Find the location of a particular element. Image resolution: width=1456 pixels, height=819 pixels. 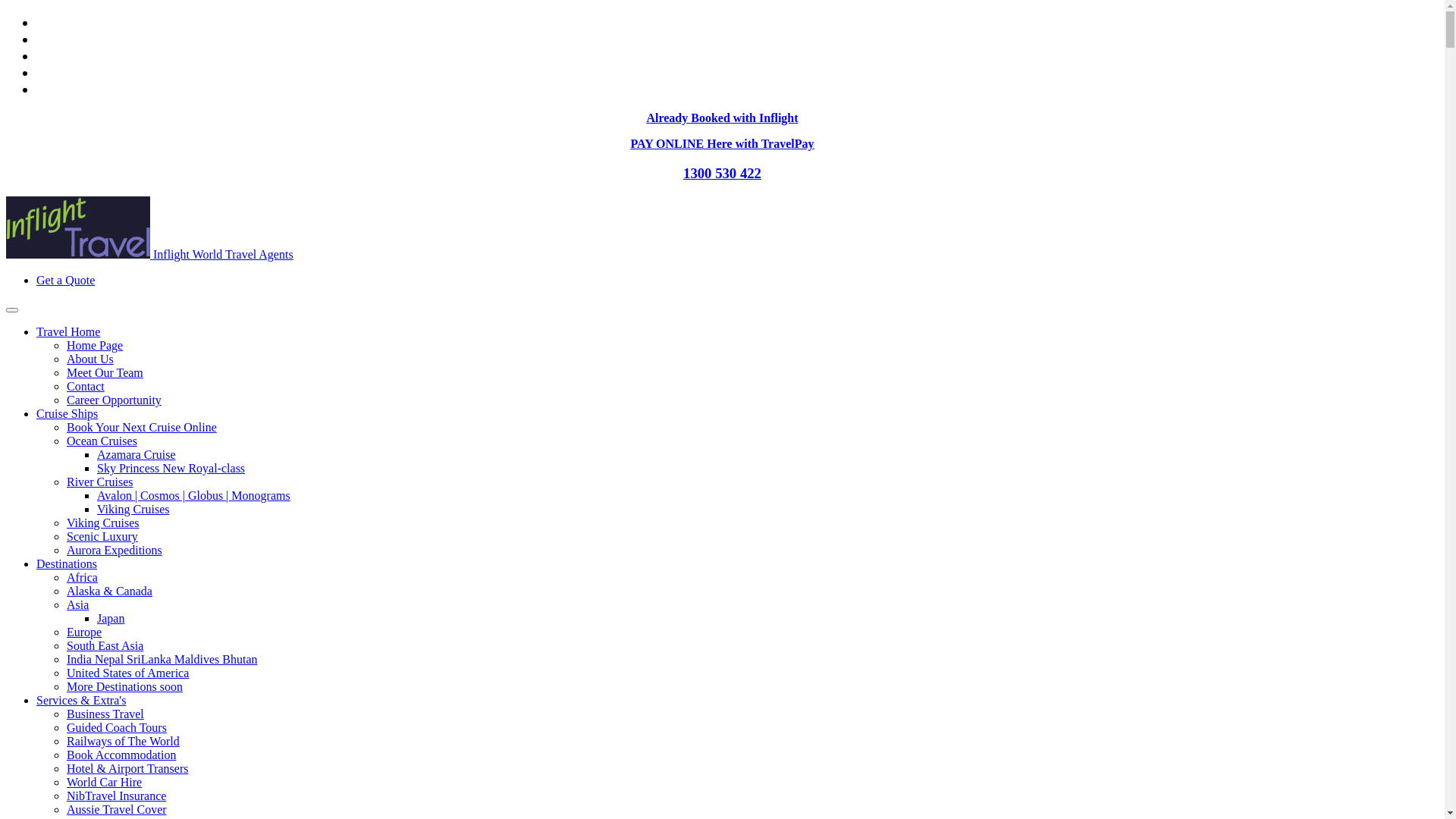

'Hotel & Airport Transers' is located at coordinates (65, 768).